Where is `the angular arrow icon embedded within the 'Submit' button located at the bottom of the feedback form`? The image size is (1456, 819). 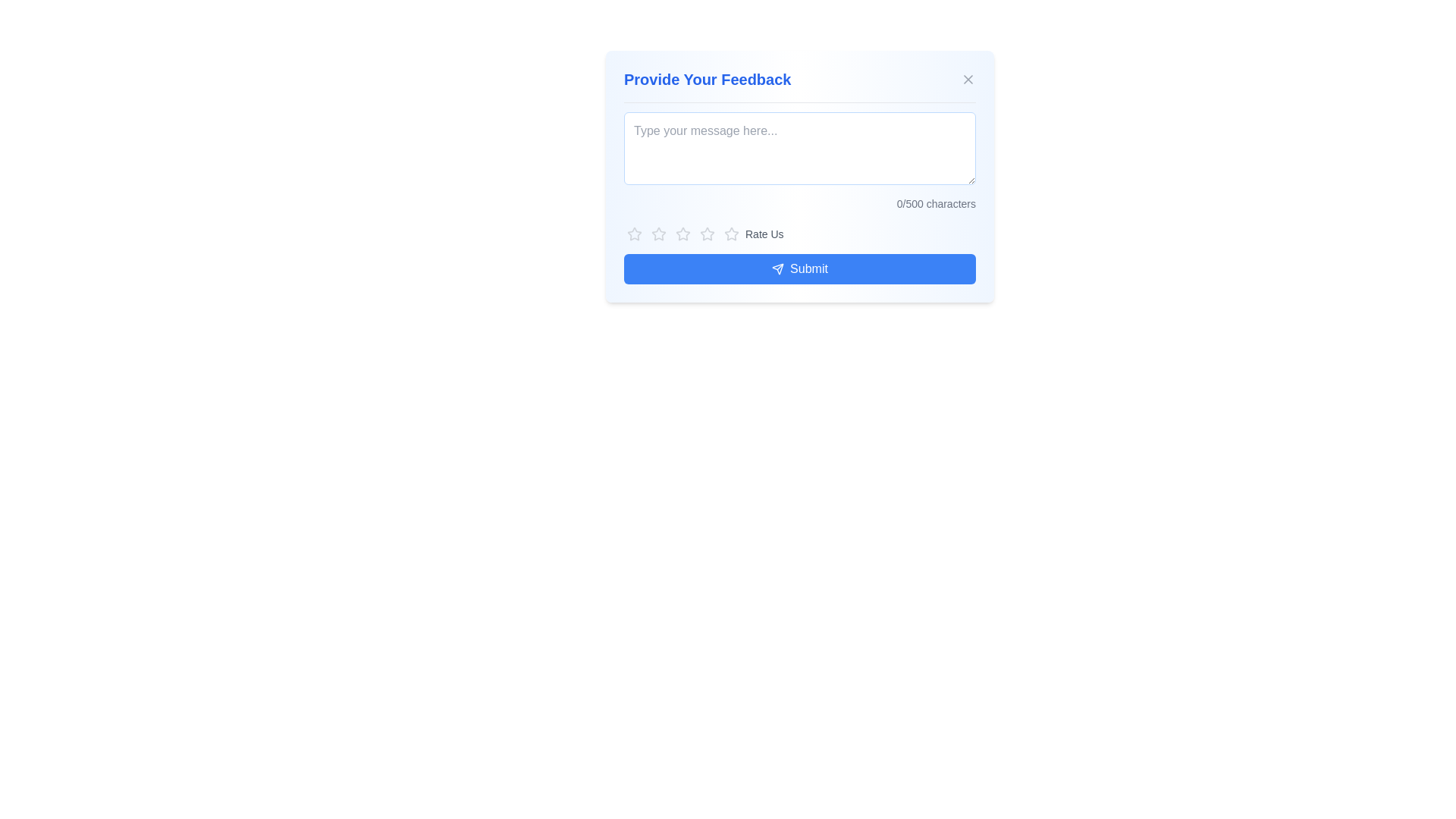
the angular arrow icon embedded within the 'Submit' button located at the bottom of the feedback form is located at coordinates (778, 268).